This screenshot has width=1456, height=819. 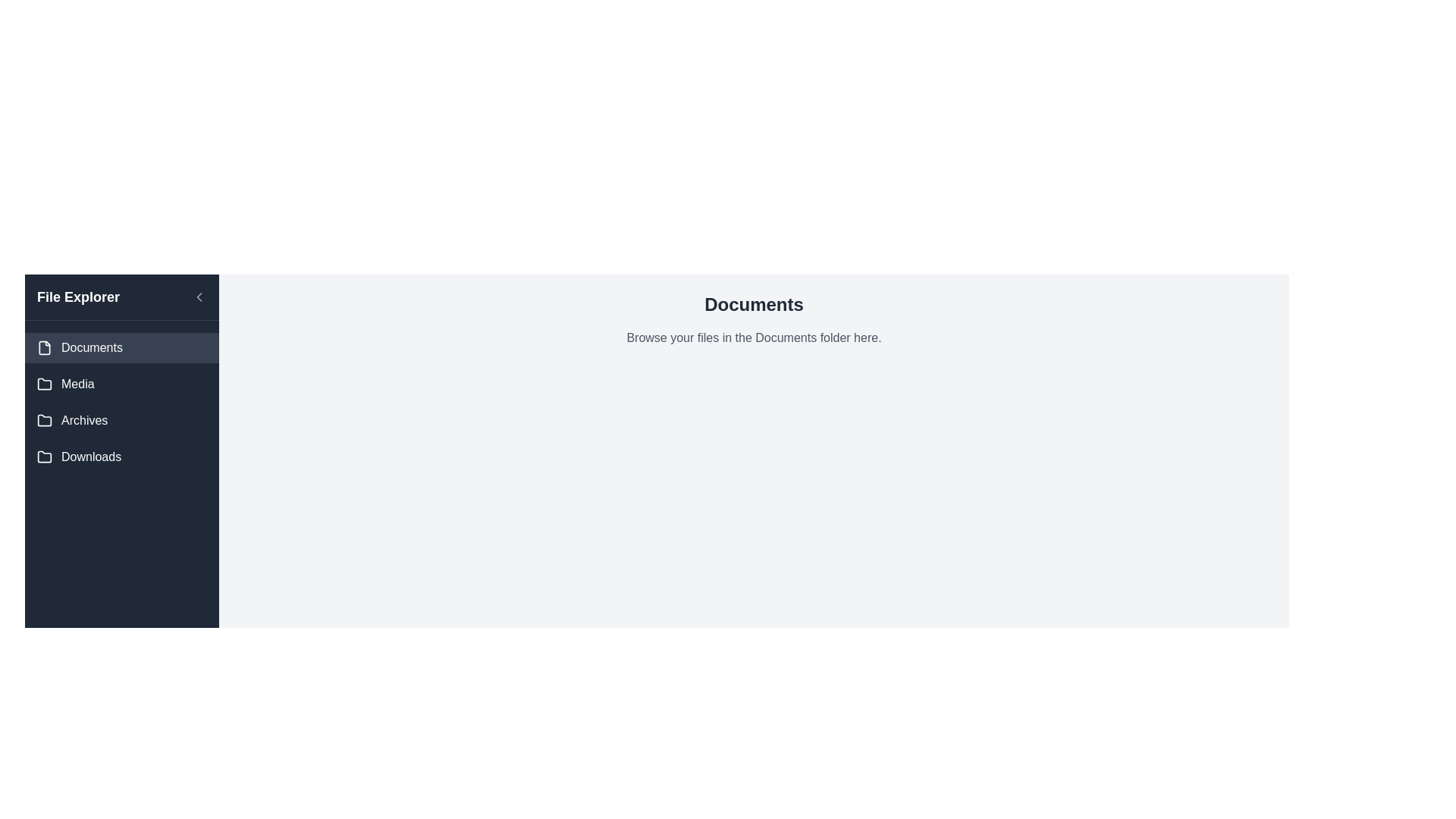 I want to click on the text label displaying 'Media' in the side navigation menu, which is styled in light color against a dark background and positioned below 'Documents', so click(x=77, y=383).